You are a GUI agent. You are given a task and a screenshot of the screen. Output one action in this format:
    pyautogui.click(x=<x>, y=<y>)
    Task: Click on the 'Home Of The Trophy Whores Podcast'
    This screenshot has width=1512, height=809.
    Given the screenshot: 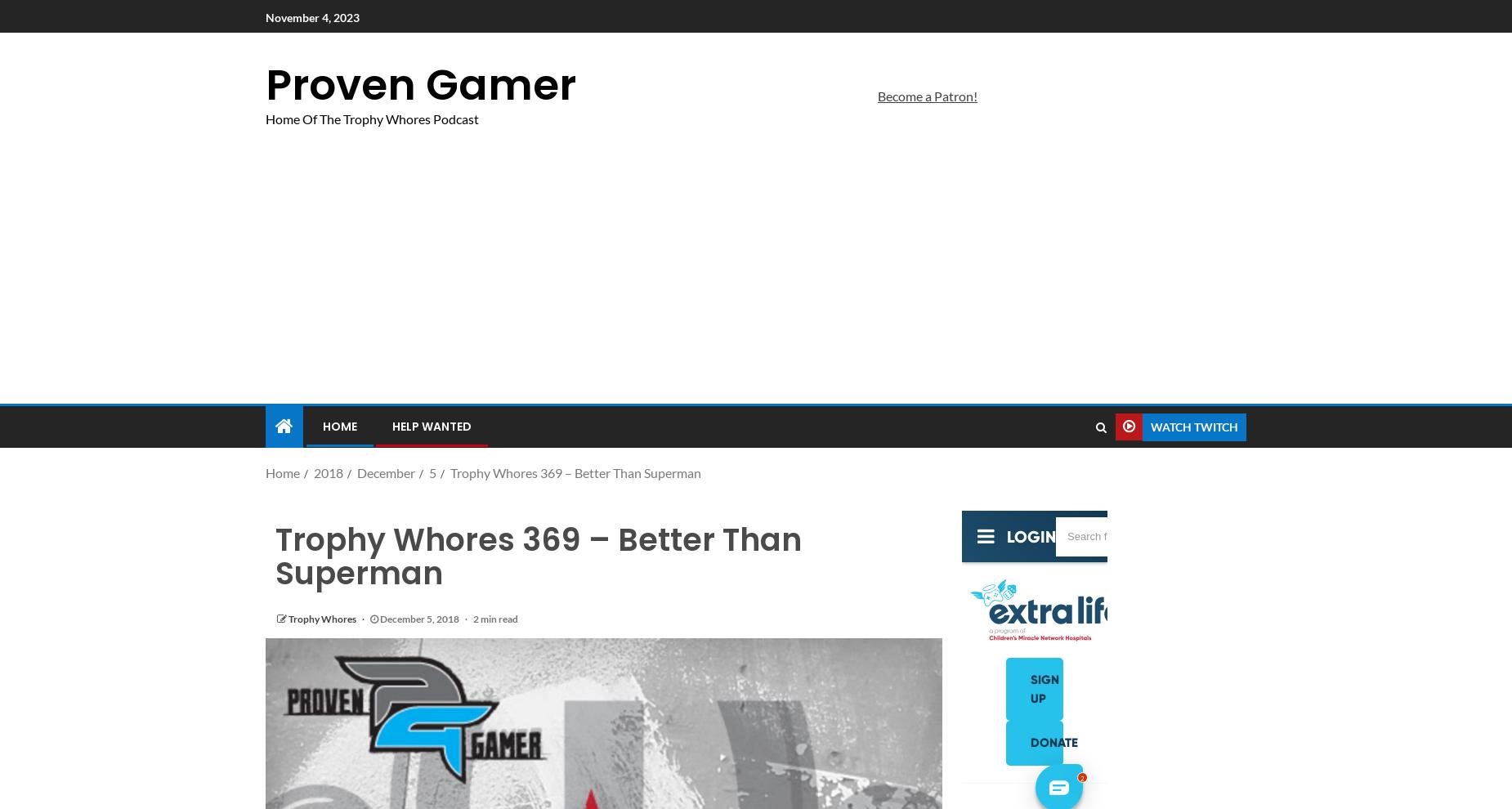 What is the action you would take?
    pyautogui.click(x=371, y=118)
    